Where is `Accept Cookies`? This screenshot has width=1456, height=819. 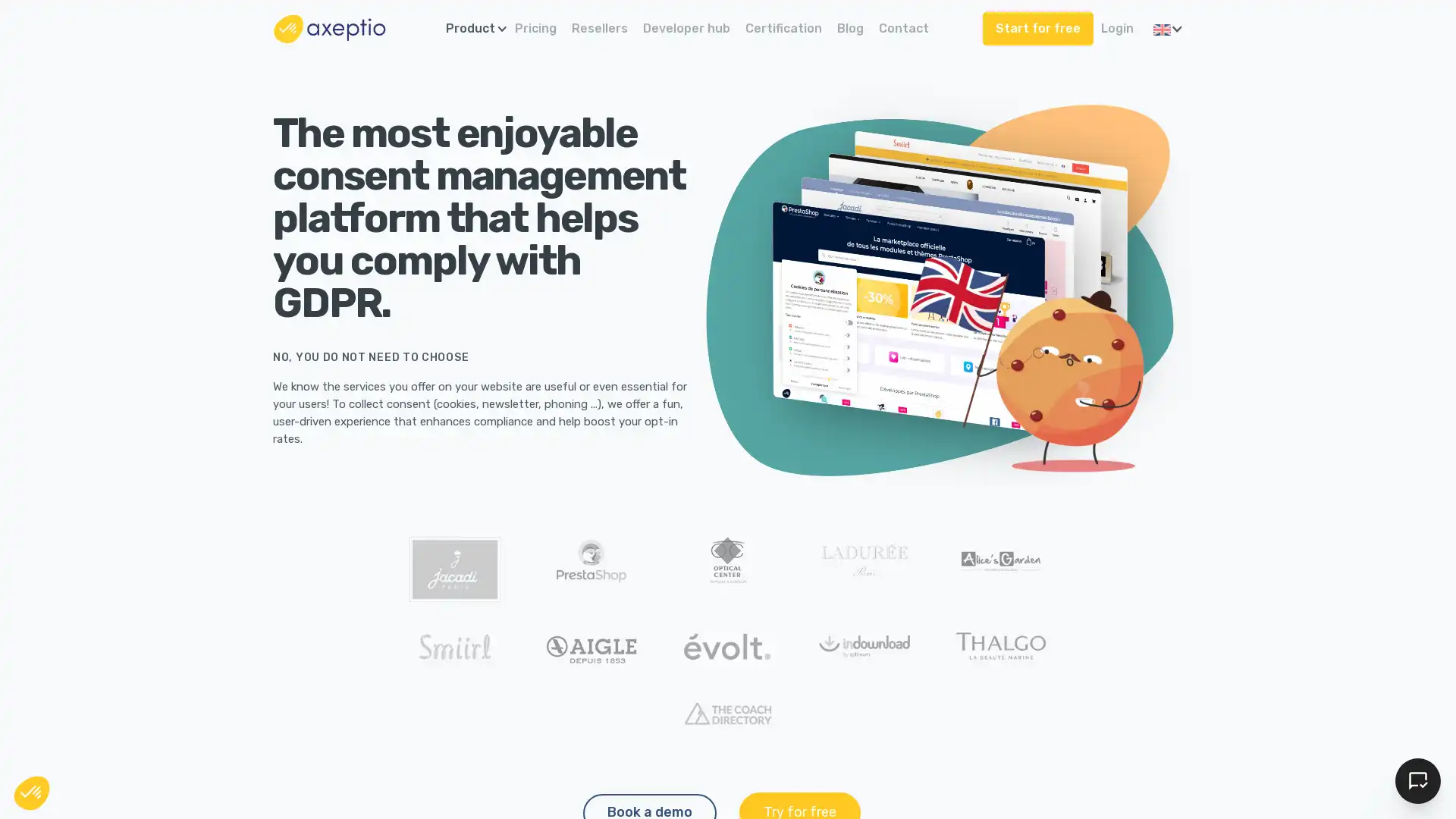
Accept Cookies is located at coordinates (1417, 780).